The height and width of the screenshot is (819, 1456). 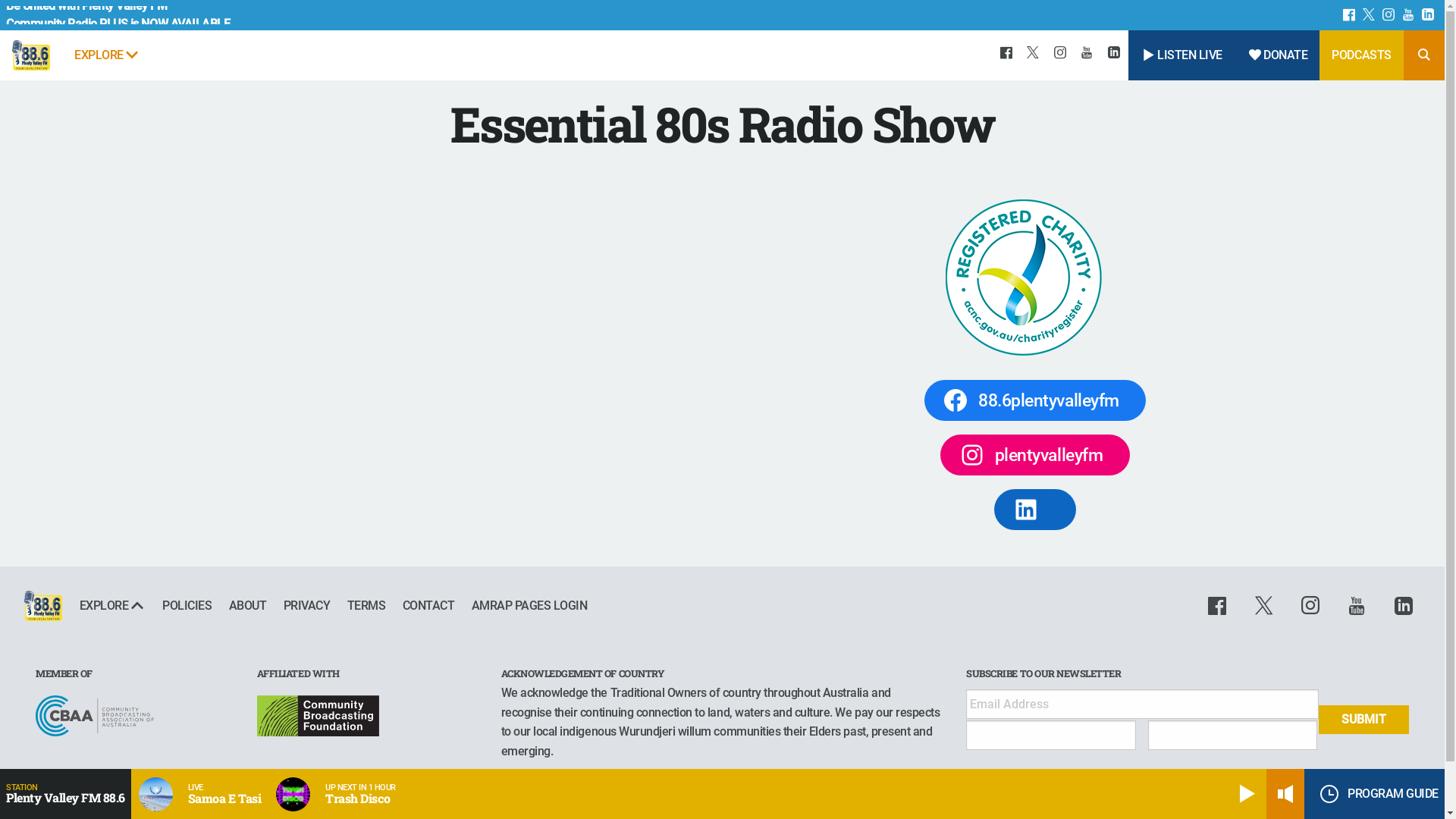 I want to click on 'POLICIES', so click(x=186, y=604).